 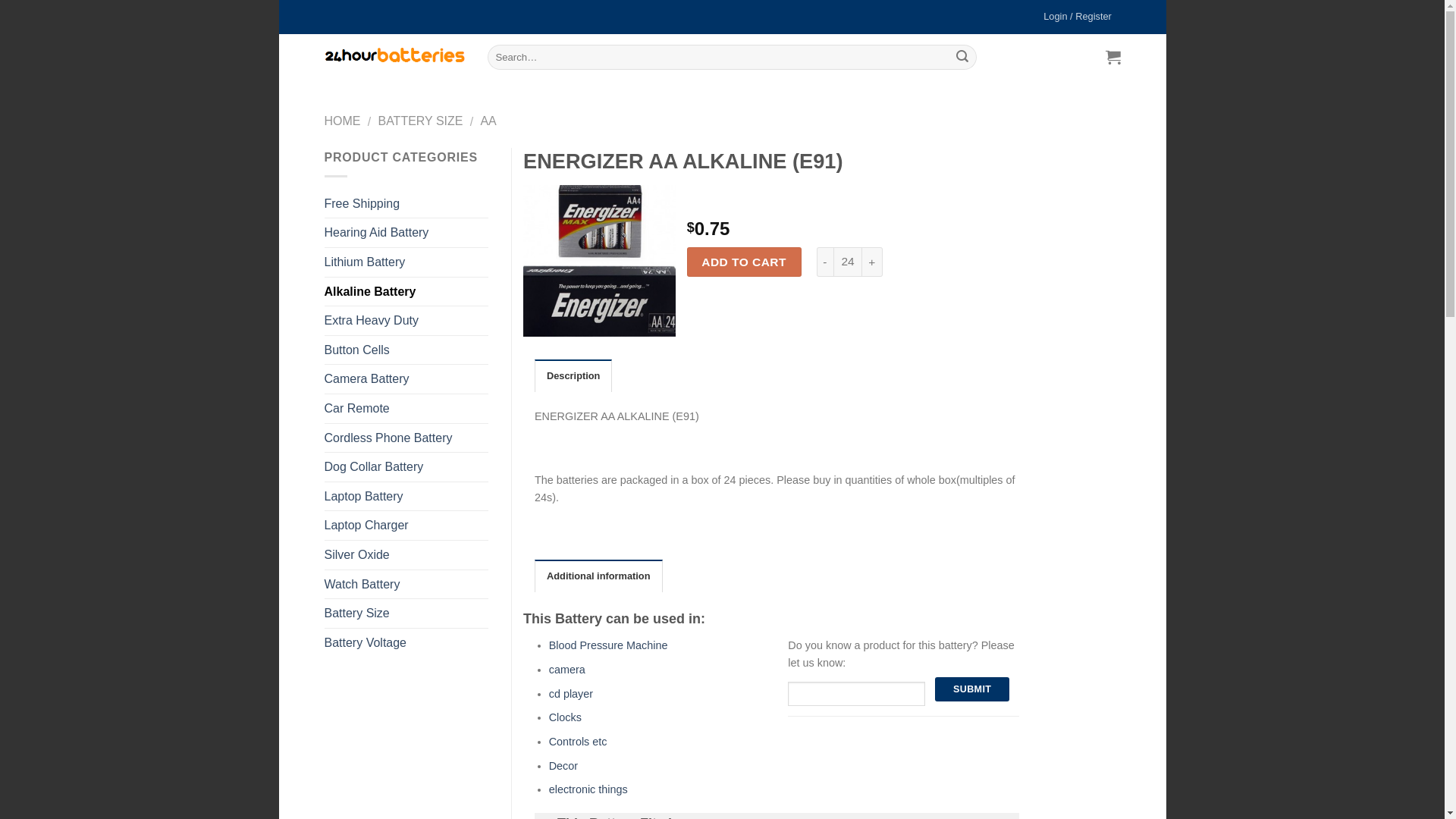 What do you see at coordinates (548, 645) in the screenshot?
I see `'Blood Pressure Machine'` at bounding box center [548, 645].